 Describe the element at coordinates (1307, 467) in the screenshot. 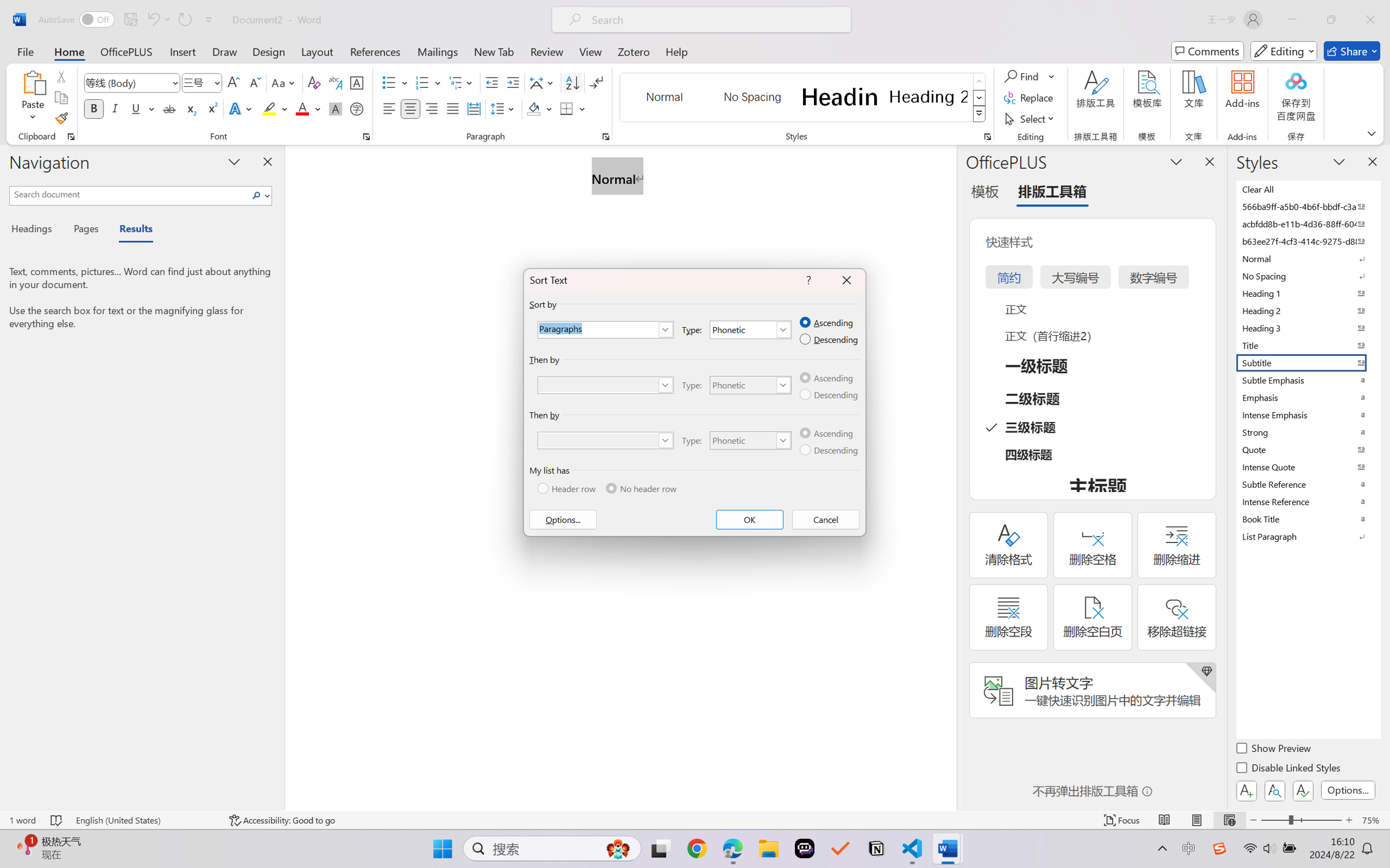

I see `'Intense Quote'` at that location.